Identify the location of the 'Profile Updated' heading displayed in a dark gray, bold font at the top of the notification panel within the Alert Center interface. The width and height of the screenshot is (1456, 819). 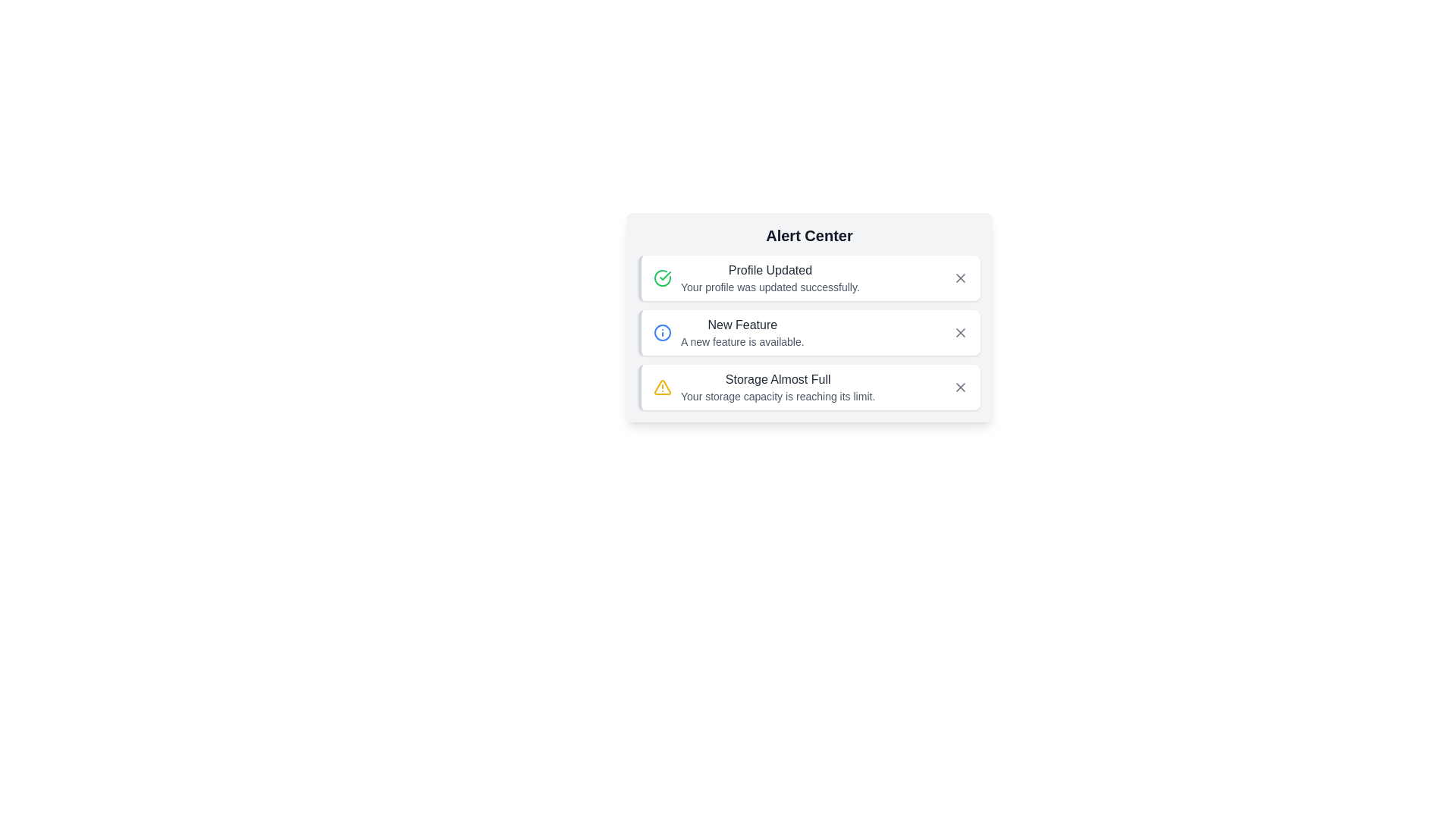
(770, 270).